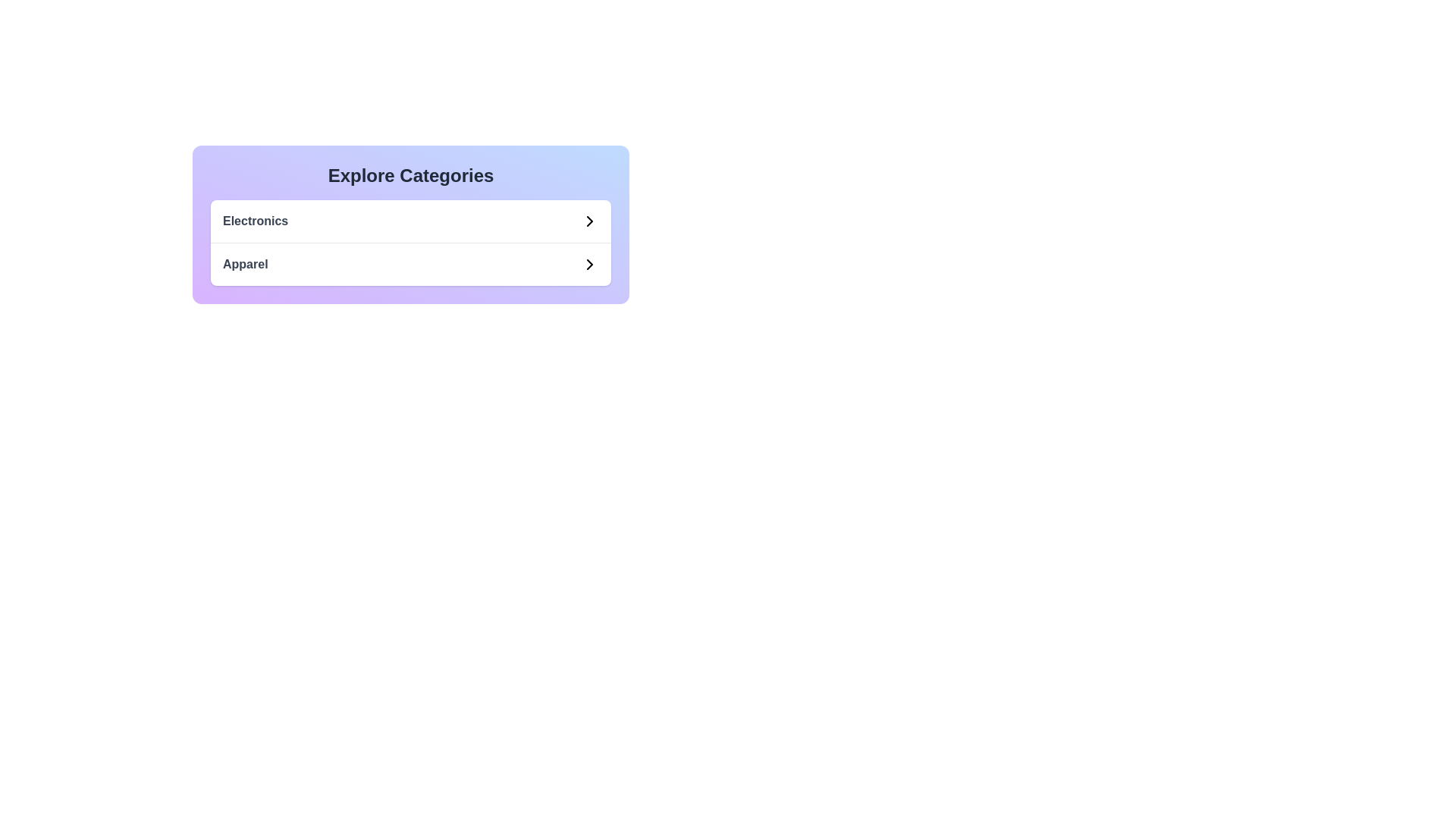 This screenshot has height=819, width=1456. Describe the element at coordinates (588, 263) in the screenshot. I see `the right-facing chevron icon indicating navigation at the end of the 'Apparel' label in the category list` at that location.